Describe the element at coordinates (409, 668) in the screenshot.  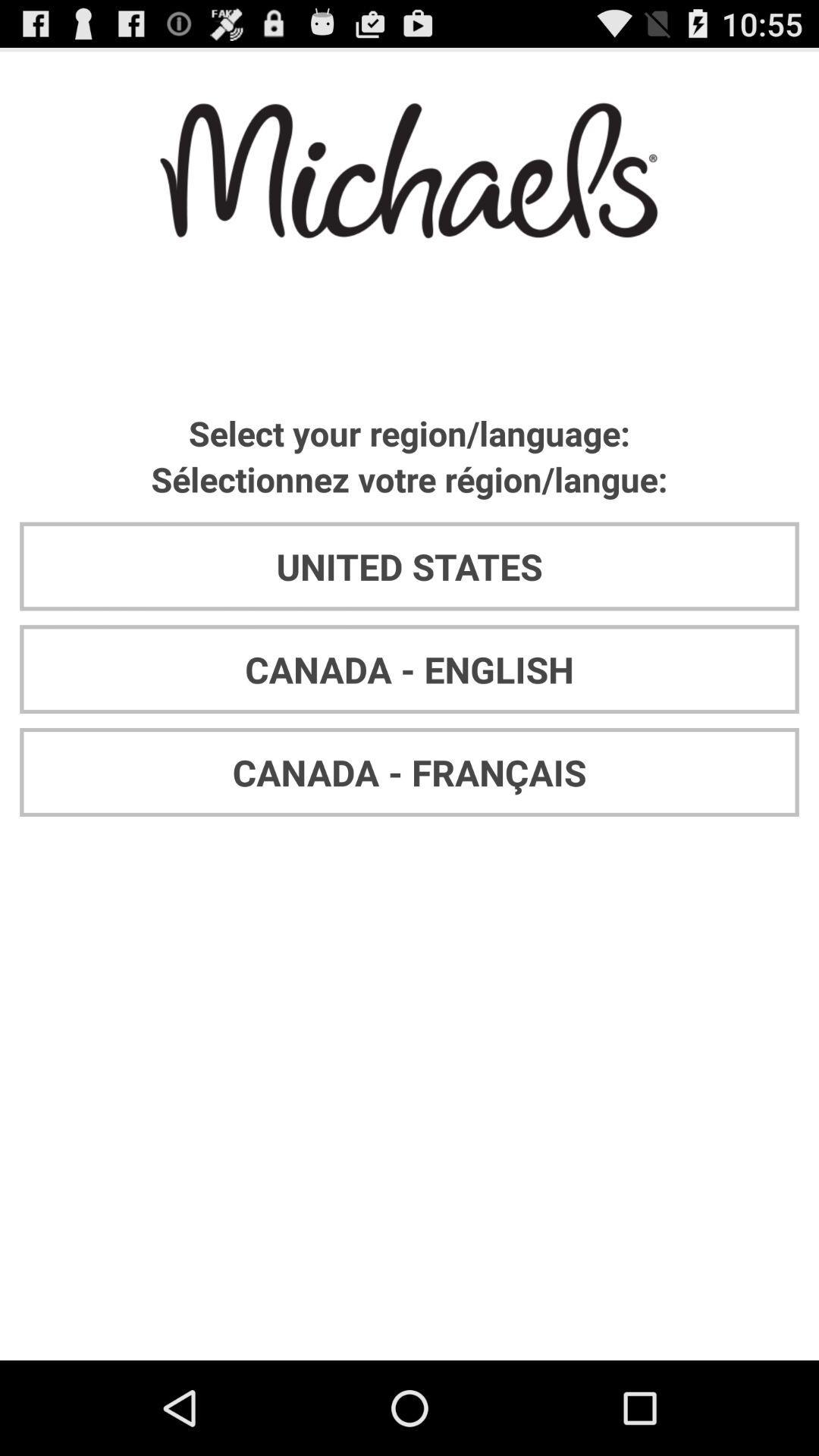
I see `the item below united states` at that location.